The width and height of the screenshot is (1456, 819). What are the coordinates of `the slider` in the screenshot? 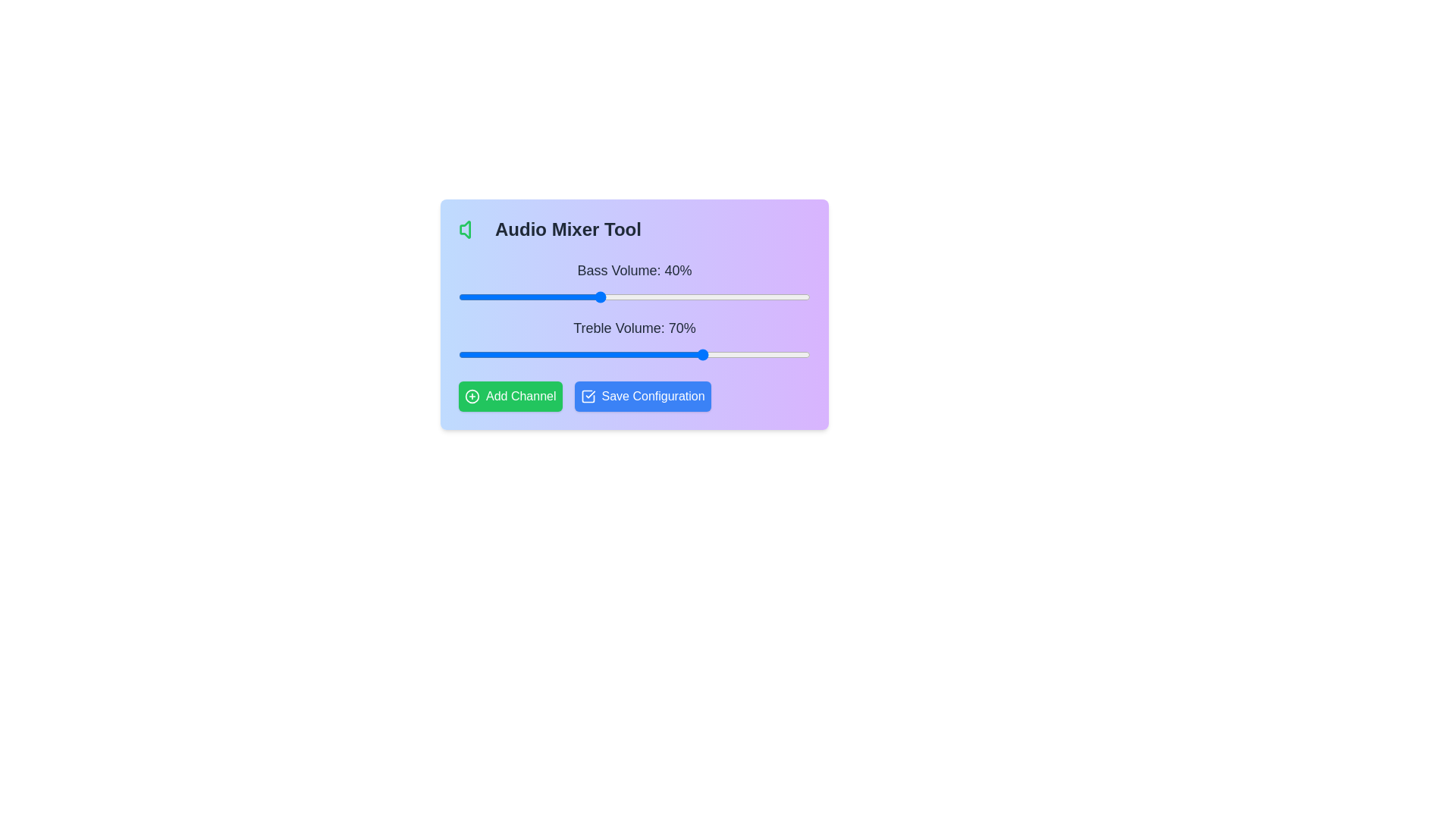 It's located at (782, 297).